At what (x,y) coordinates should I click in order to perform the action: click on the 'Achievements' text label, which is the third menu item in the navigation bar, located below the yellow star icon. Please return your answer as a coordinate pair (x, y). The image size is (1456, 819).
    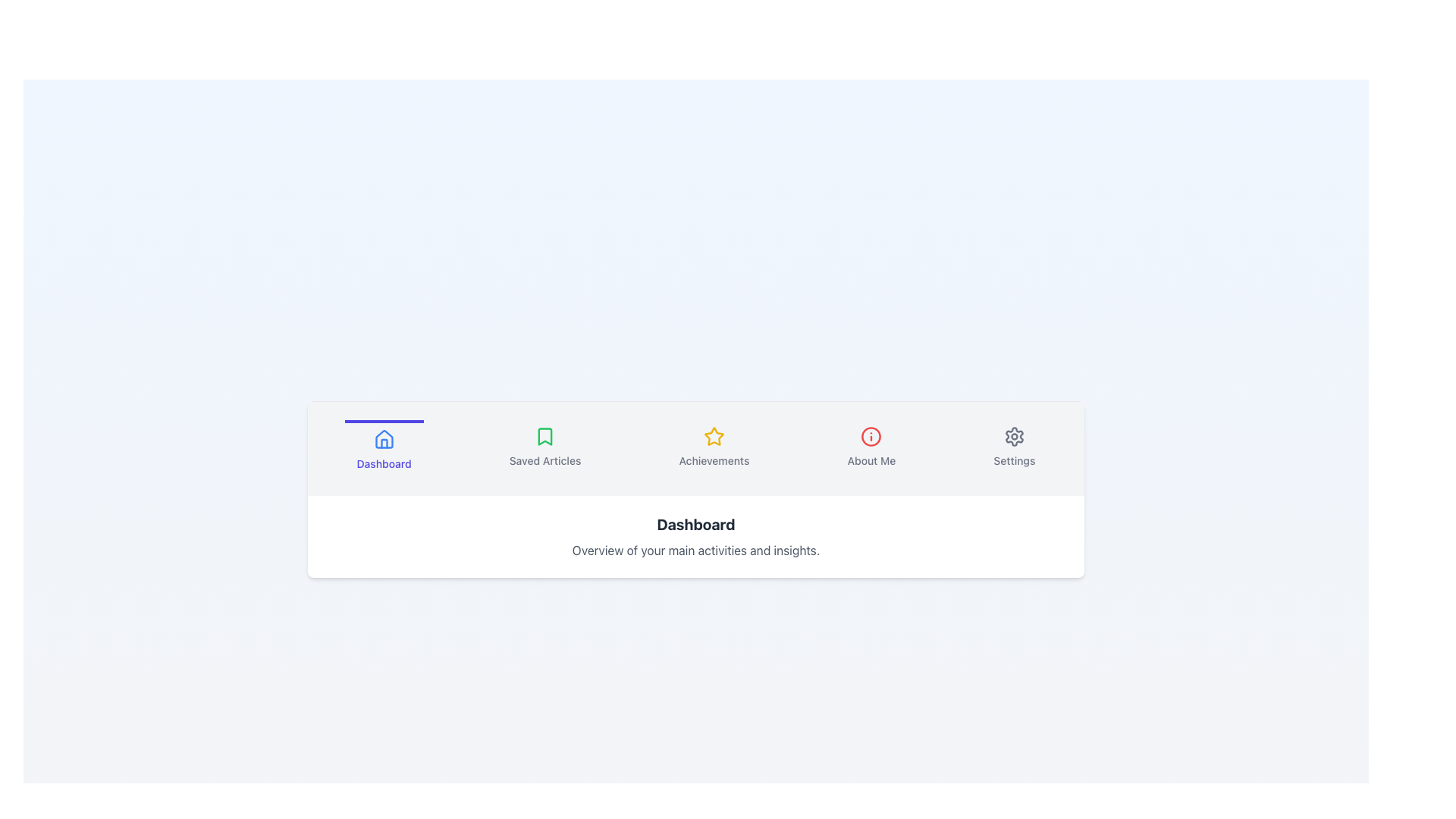
    Looking at the image, I should click on (713, 460).